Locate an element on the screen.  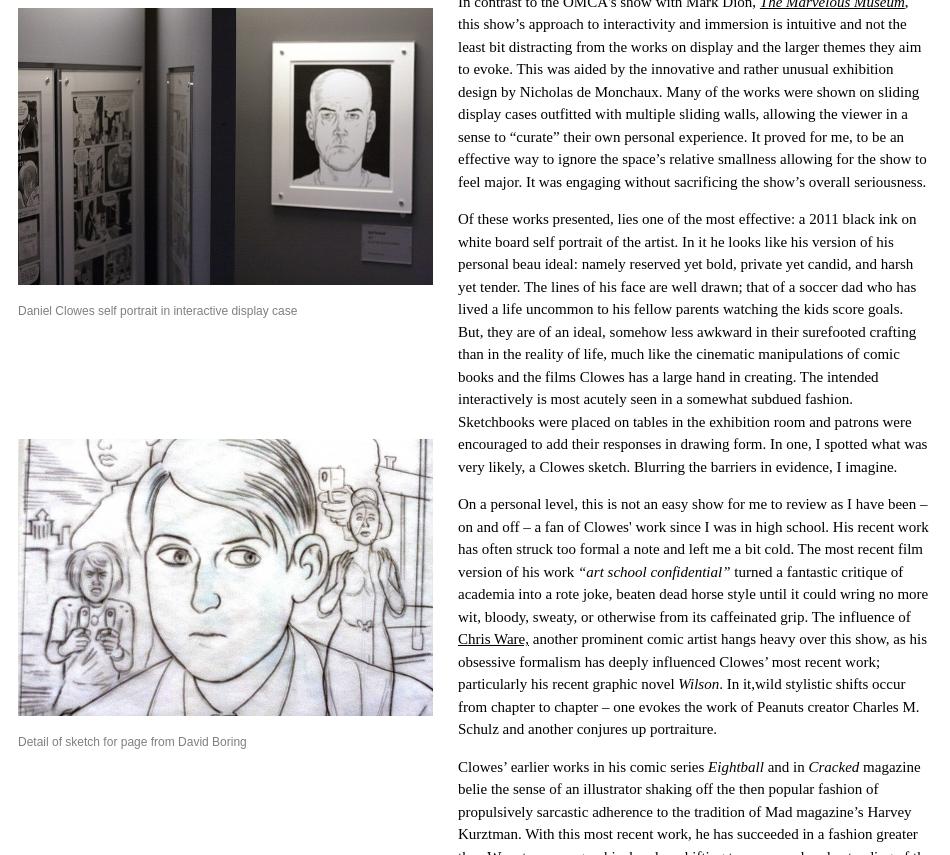
'this show’s approach to interactivity and immersion is intuitive and not the least bit distracting from the works on display and the larger themes they aim to evoke. This was aided by the innovative and rather unusual exhibition design by Nicholas de Monchaux. Many of the works were shown on sliding display cases outfitted with multiple sliding walls, allowing the viewer in a sense to “curate” their own personal experience. It proved for me, to be an effective way to ignore the space’s relative smallness allowing for the show to feel major. It was engaging without sacrificing the show’s overall seriousness.' is located at coordinates (691, 101).